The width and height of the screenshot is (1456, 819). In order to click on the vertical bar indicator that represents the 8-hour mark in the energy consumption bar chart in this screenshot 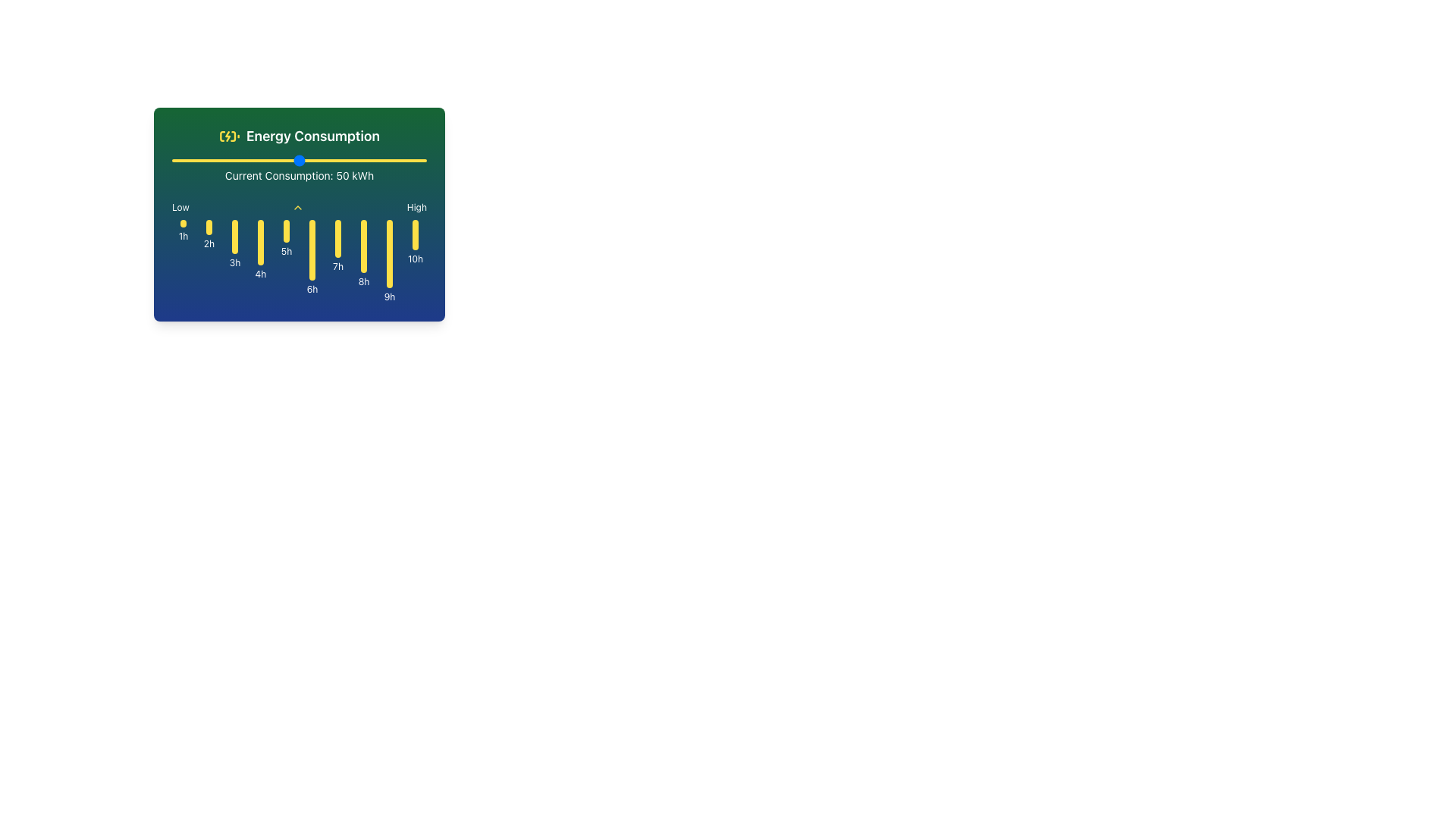, I will do `click(364, 245)`.